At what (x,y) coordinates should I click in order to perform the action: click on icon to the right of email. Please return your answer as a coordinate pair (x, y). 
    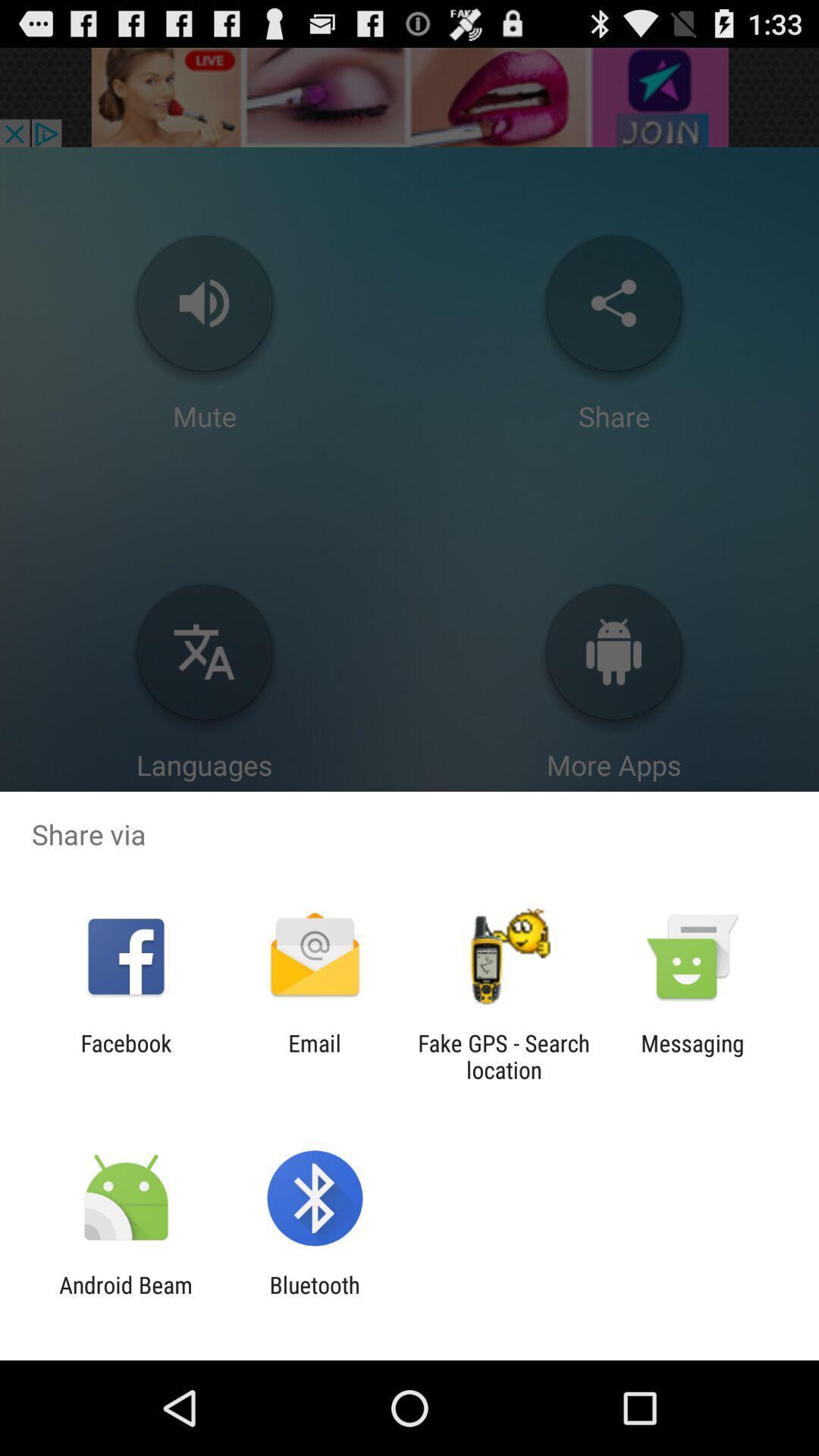
    Looking at the image, I should click on (504, 1056).